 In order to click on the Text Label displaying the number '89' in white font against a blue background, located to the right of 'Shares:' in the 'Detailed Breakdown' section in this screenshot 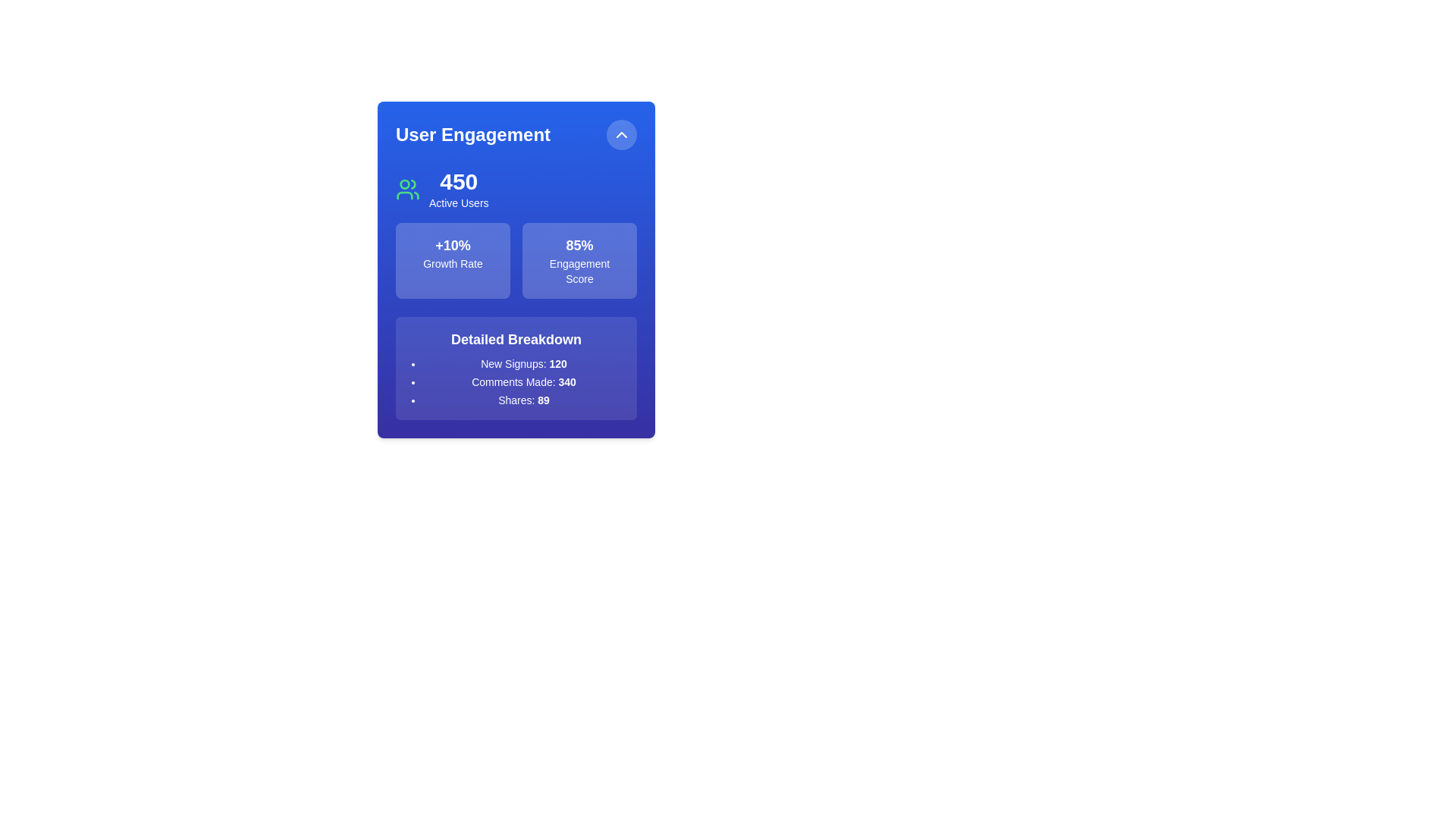, I will do `click(544, 400)`.